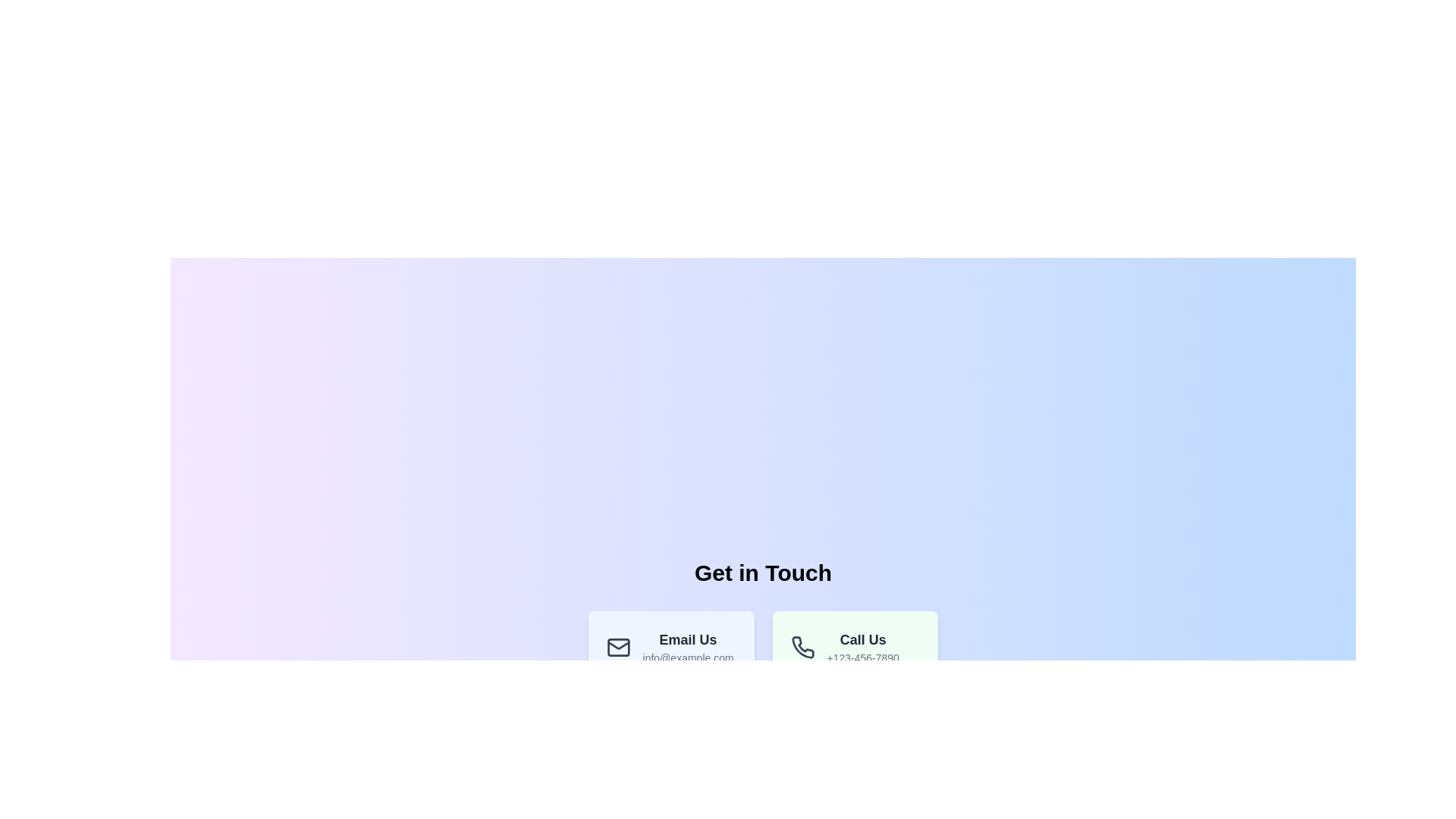 The width and height of the screenshot is (1456, 819). Describe the element at coordinates (802, 647) in the screenshot. I see `the telephone icon located in the 'Call Us' card under the 'Get in Touch' heading, which allows users to contact the provided phone number` at that location.